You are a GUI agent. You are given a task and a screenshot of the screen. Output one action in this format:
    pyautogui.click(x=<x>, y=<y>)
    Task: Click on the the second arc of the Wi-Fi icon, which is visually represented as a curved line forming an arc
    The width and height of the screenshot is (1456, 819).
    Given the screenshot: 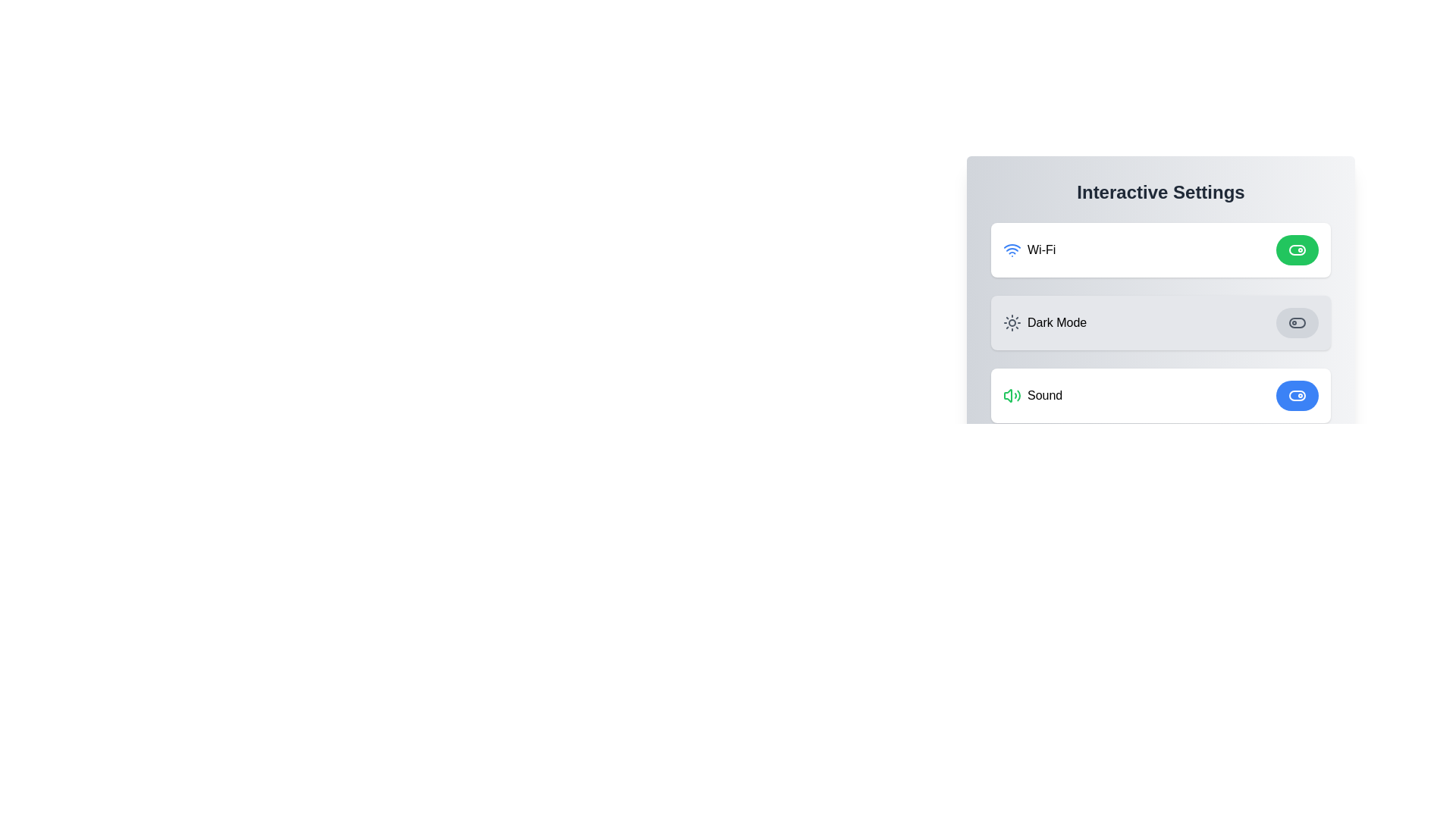 What is the action you would take?
    pyautogui.click(x=1012, y=245)
    